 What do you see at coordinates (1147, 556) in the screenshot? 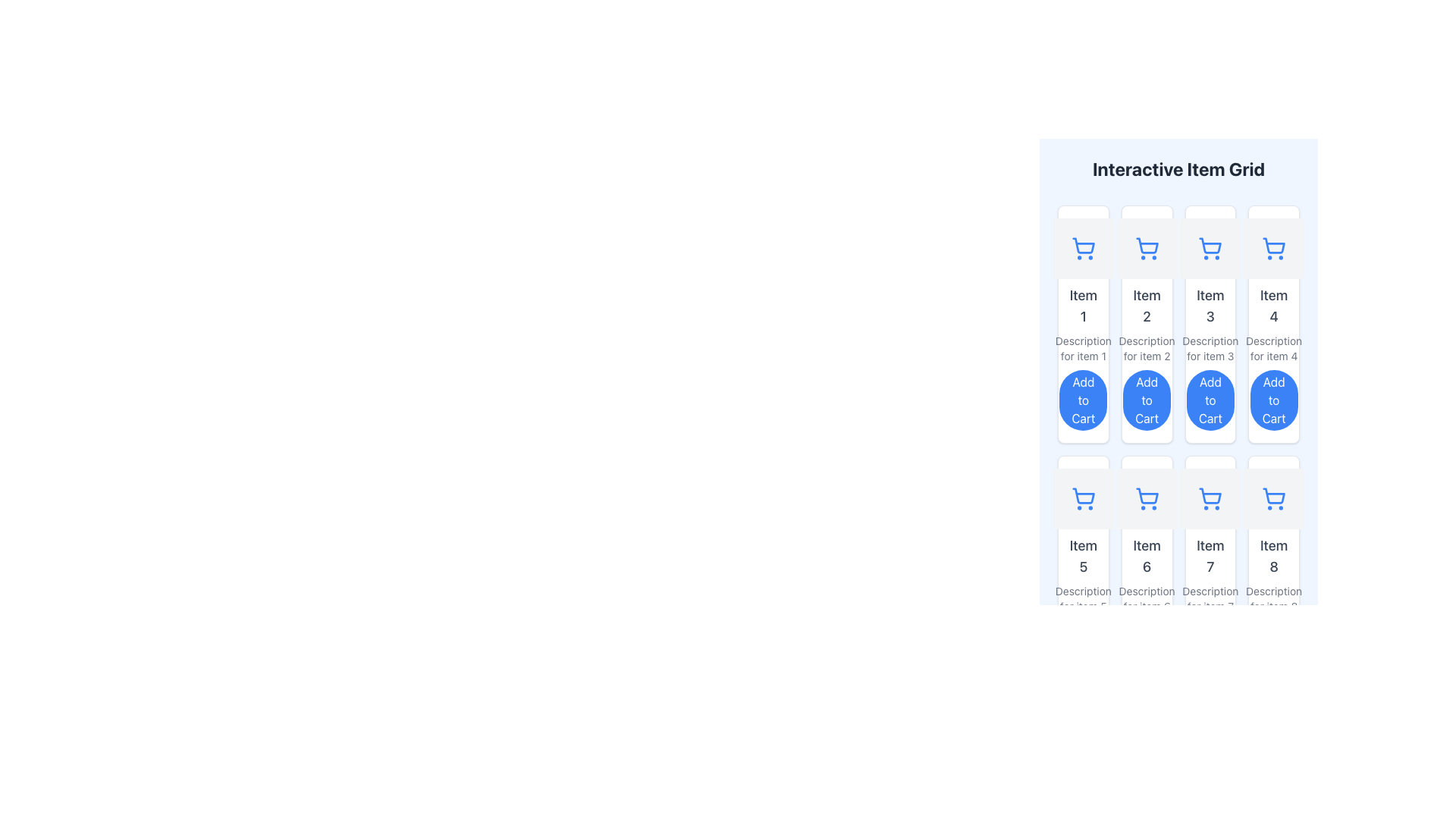
I see `the text label displaying 'Item 6', which is styled in a larger grayish font and is located in the second row, second column of the grid layout` at bounding box center [1147, 556].